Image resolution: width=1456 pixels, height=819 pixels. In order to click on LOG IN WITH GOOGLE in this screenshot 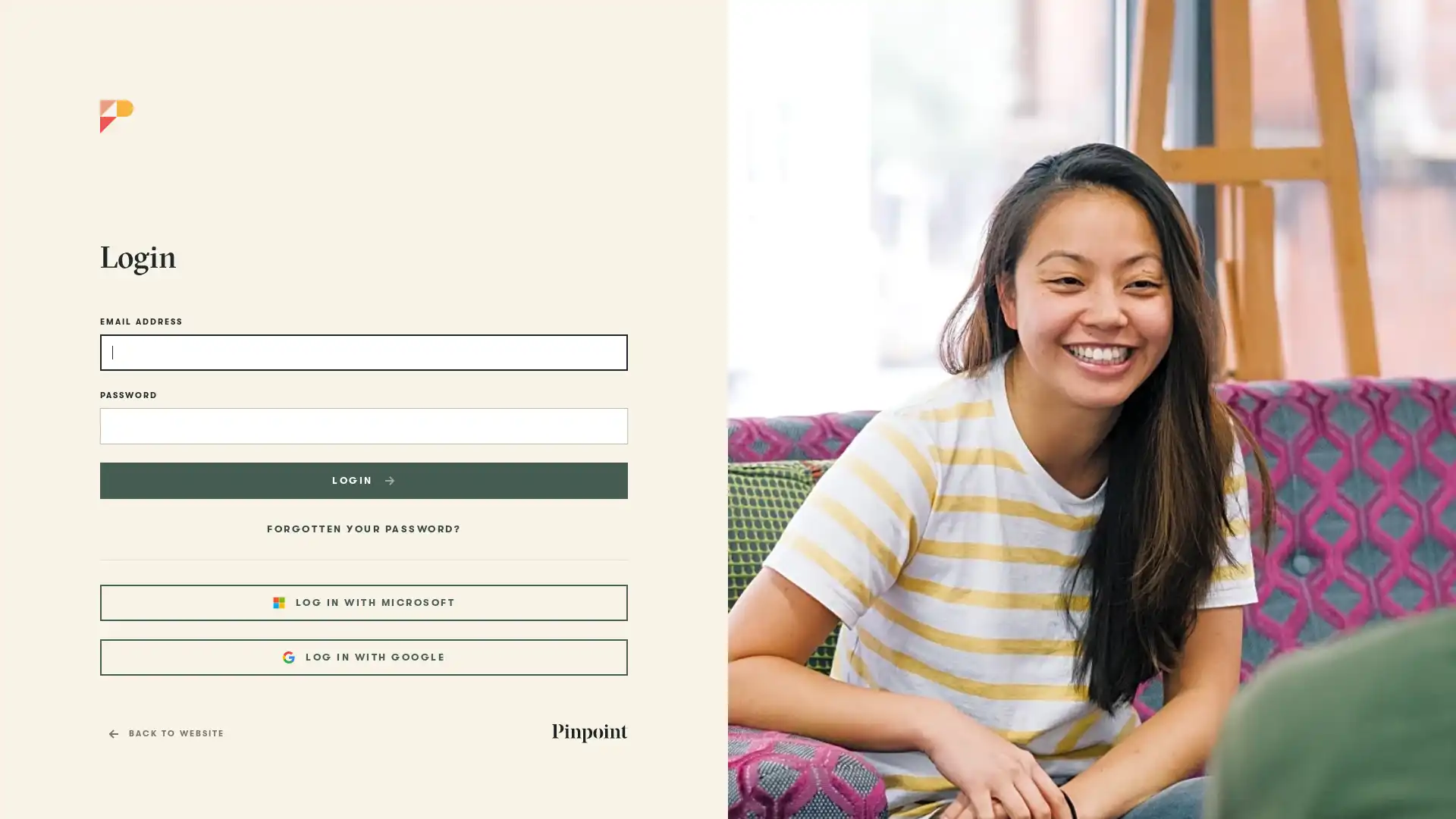, I will do `click(362, 657)`.